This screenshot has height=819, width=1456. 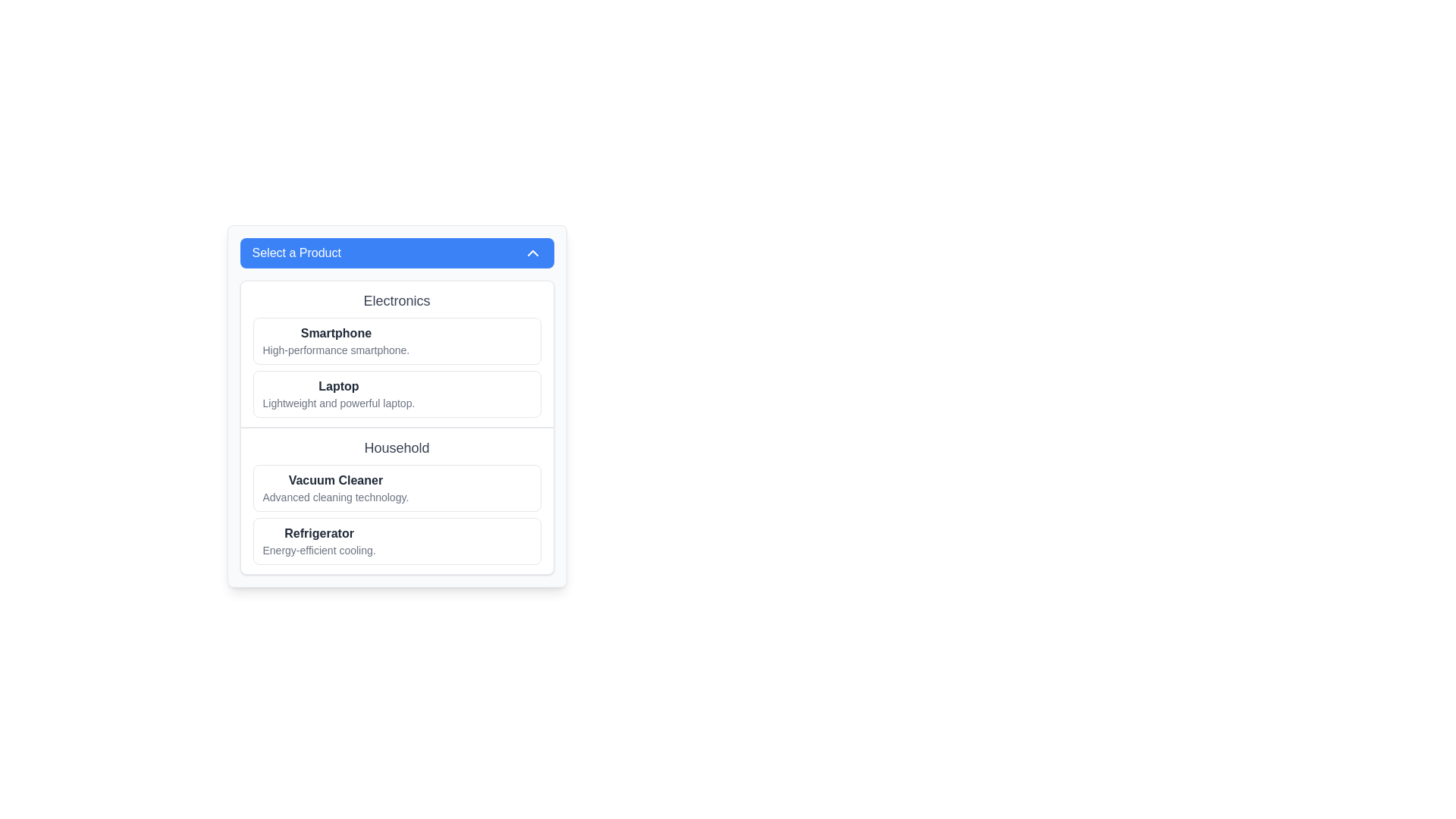 I want to click on the first List Item element labeled 'Smartphone' in the Electronics category, so click(x=397, y=341).